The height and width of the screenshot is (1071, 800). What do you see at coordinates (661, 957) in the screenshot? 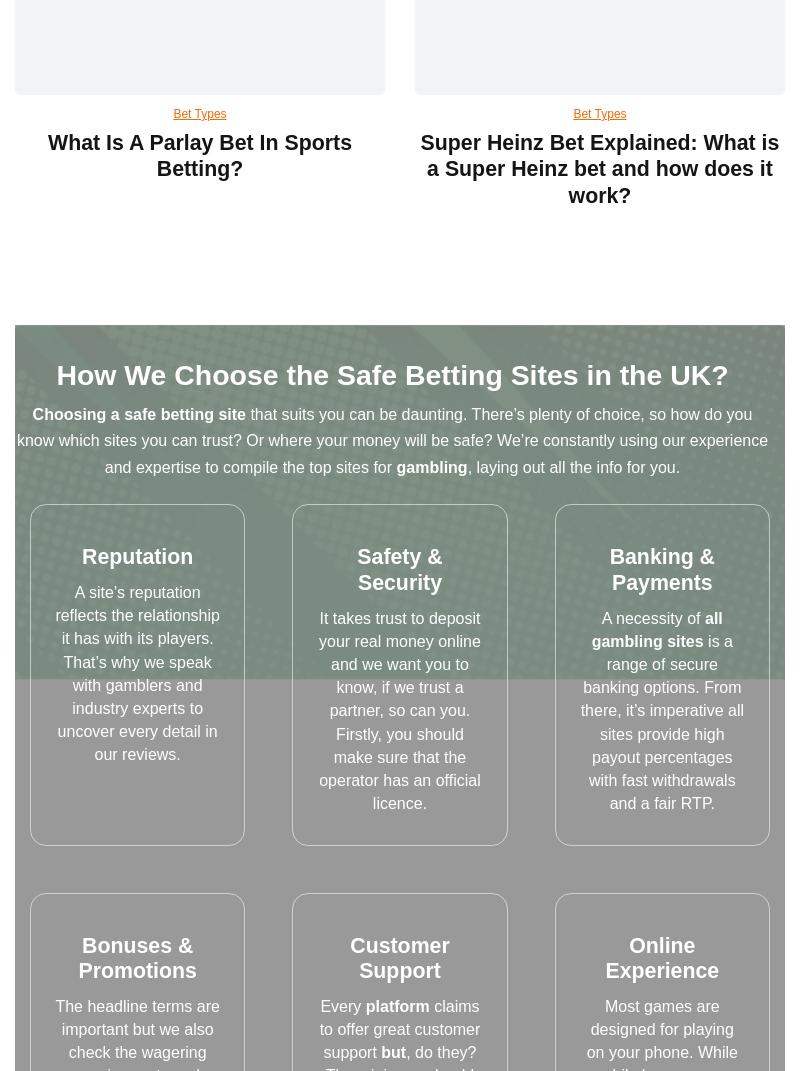
I see `'Online Experience'` at bounding box center [661, 957].